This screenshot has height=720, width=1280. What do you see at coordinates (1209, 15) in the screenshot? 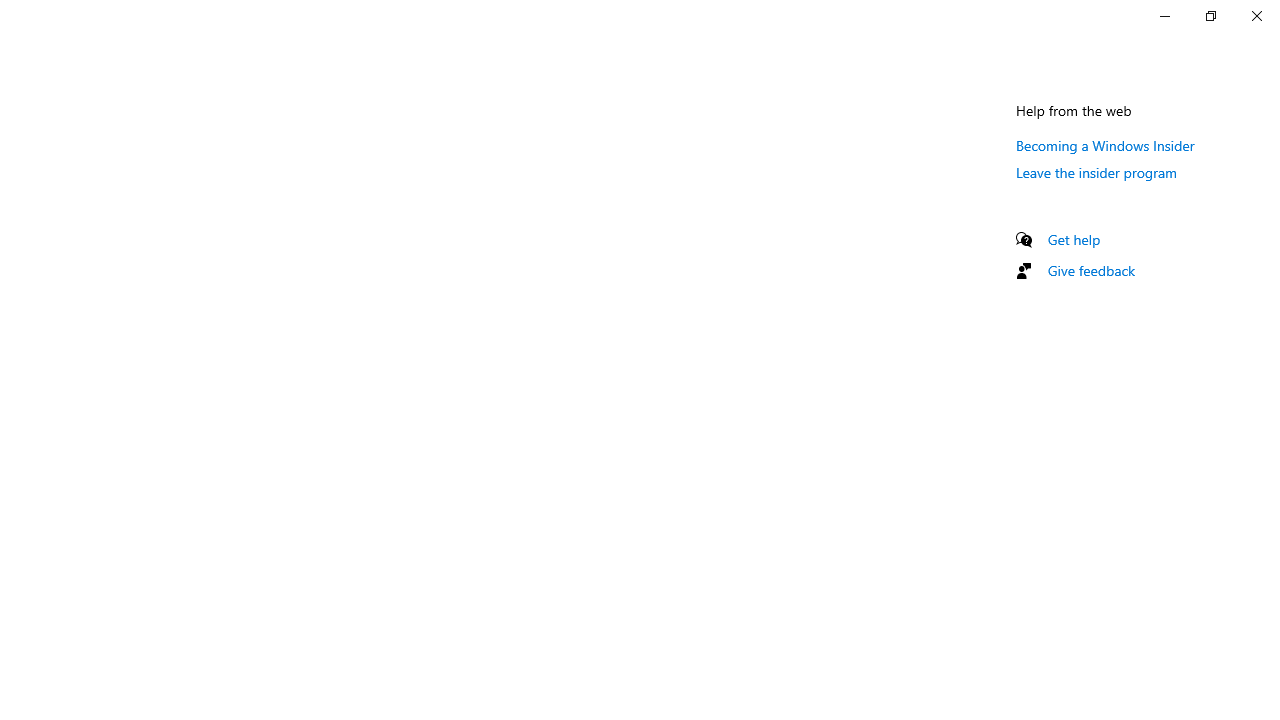
I see `'Restore Settings'` at bounding box center [1209, 15].